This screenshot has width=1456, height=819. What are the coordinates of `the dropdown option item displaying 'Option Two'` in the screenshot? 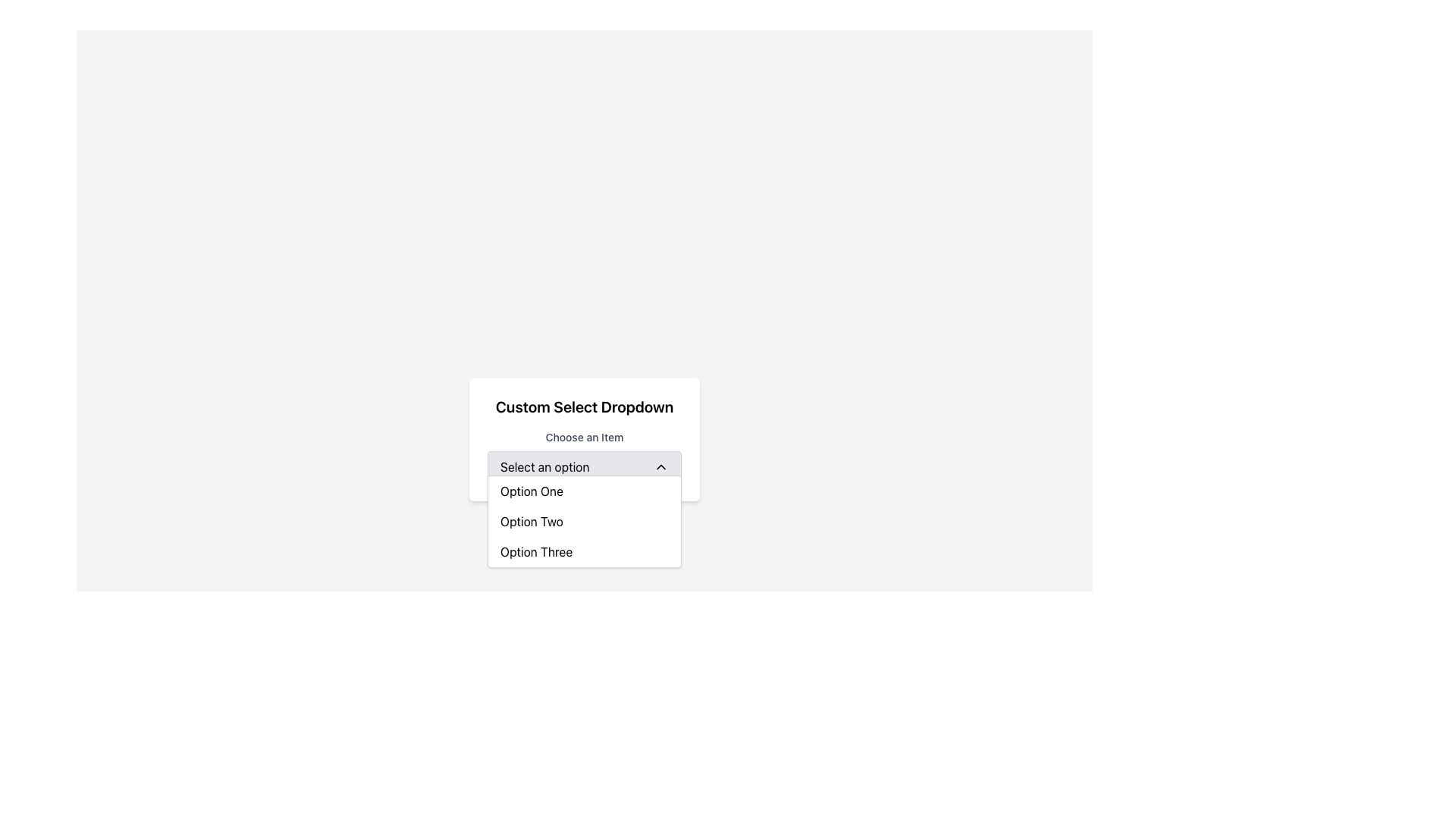 It's located at (584, 520).